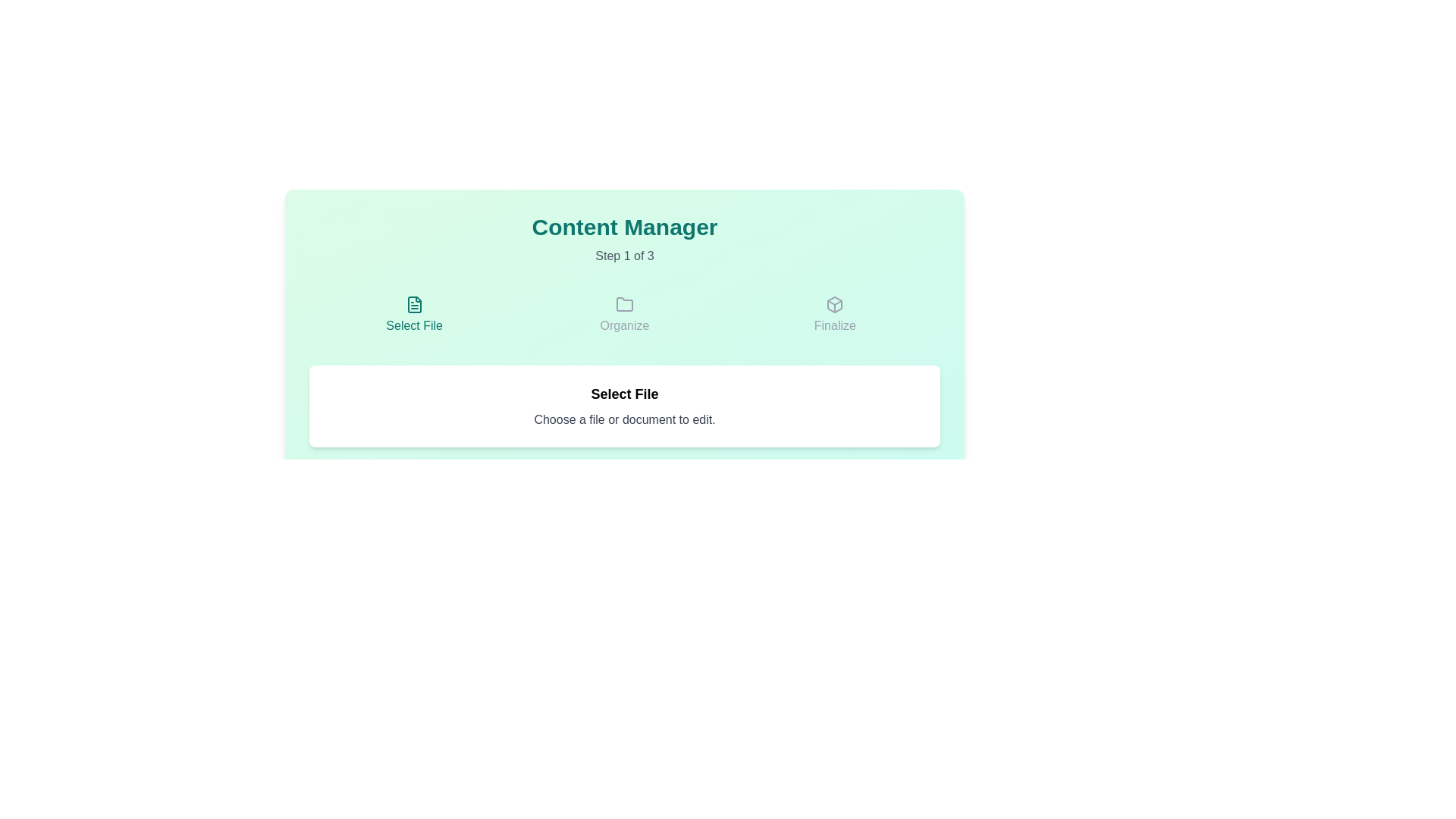 Image resolution: width=1456 pixels, height=819 pixels. Describe the element at coordinates (414, 304) in the screenshot. I see `the green file icon representing the 'Select File' option` at that location.